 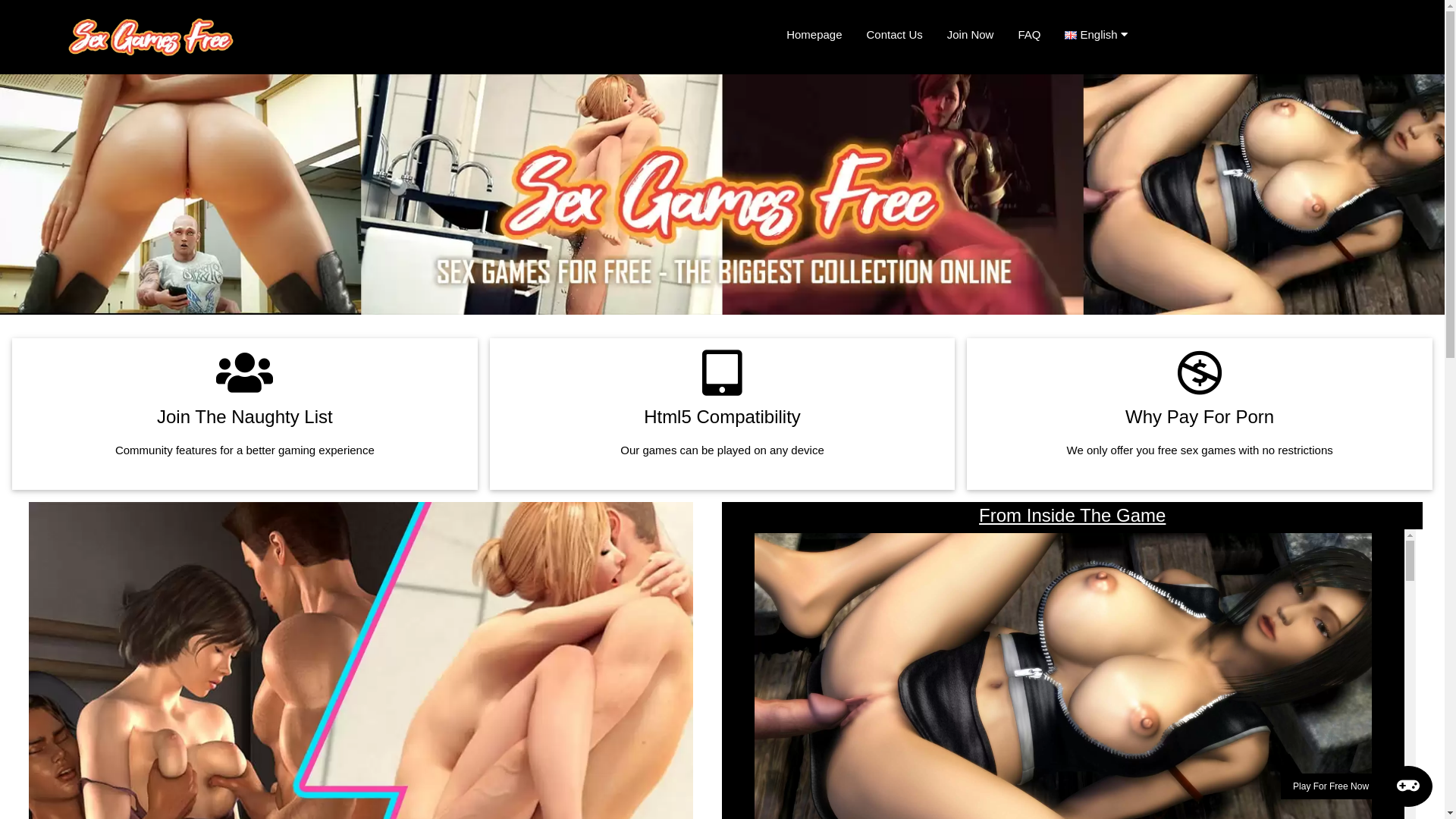 What do you see at coordinates (1029, 34) in the screenshot?
I see `'FAQ'` at bounding box center [1029, 34].